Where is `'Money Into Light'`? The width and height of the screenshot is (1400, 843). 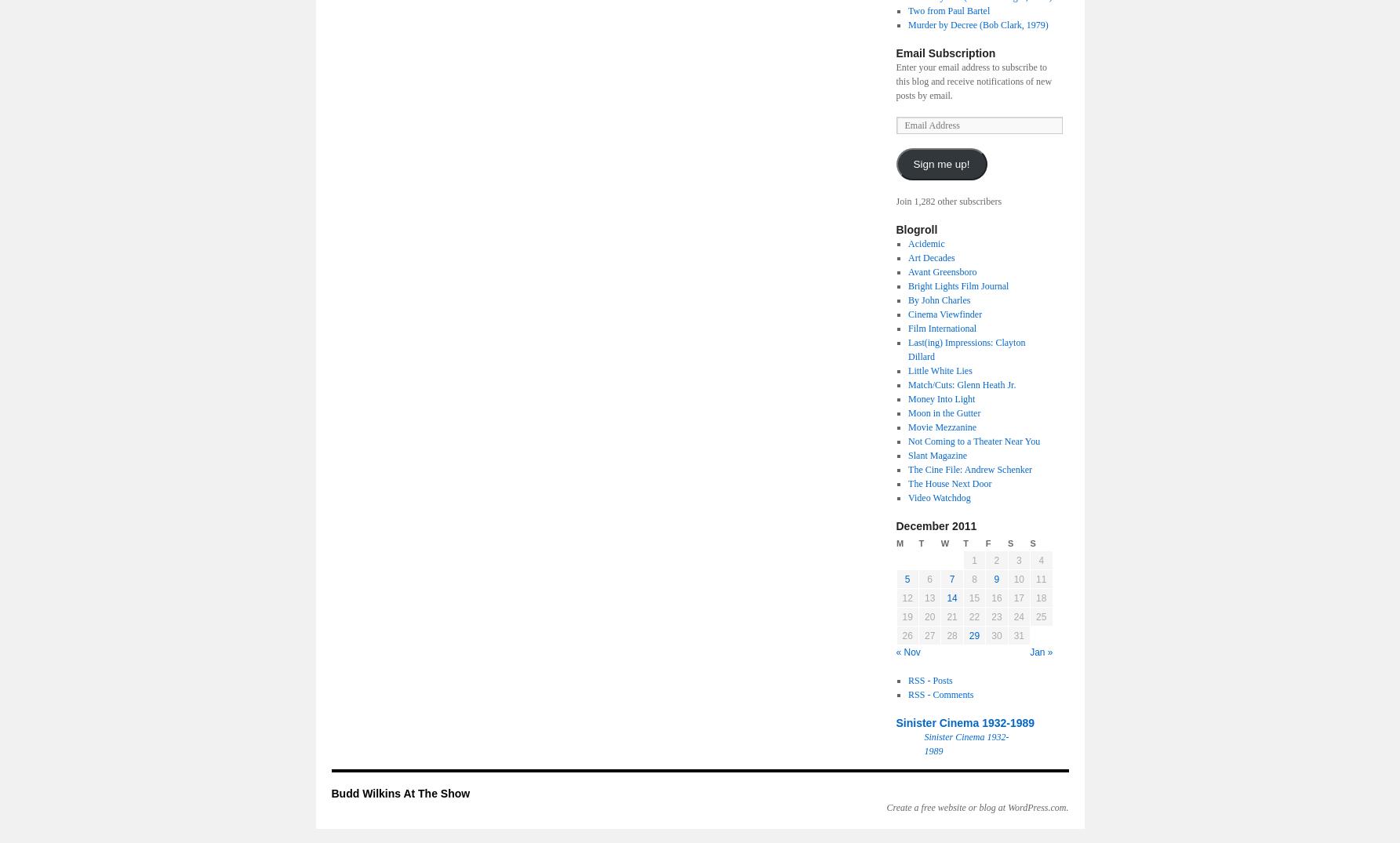 'Money Into Light' is located at coordinates (907, 398).